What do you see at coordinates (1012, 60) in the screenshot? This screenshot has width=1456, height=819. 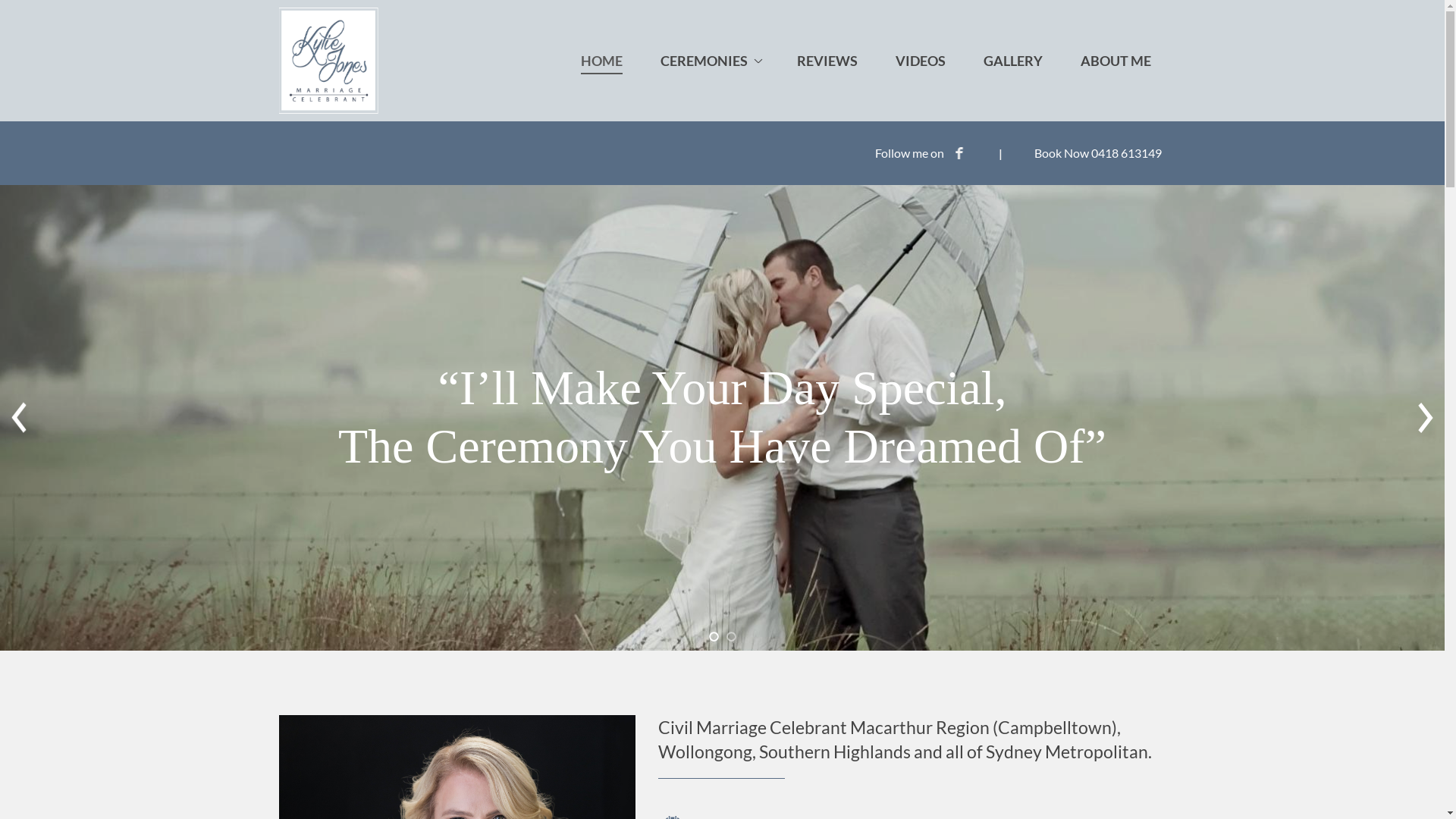 I see `'GALLERY'` at bounding box center [1012, 60].